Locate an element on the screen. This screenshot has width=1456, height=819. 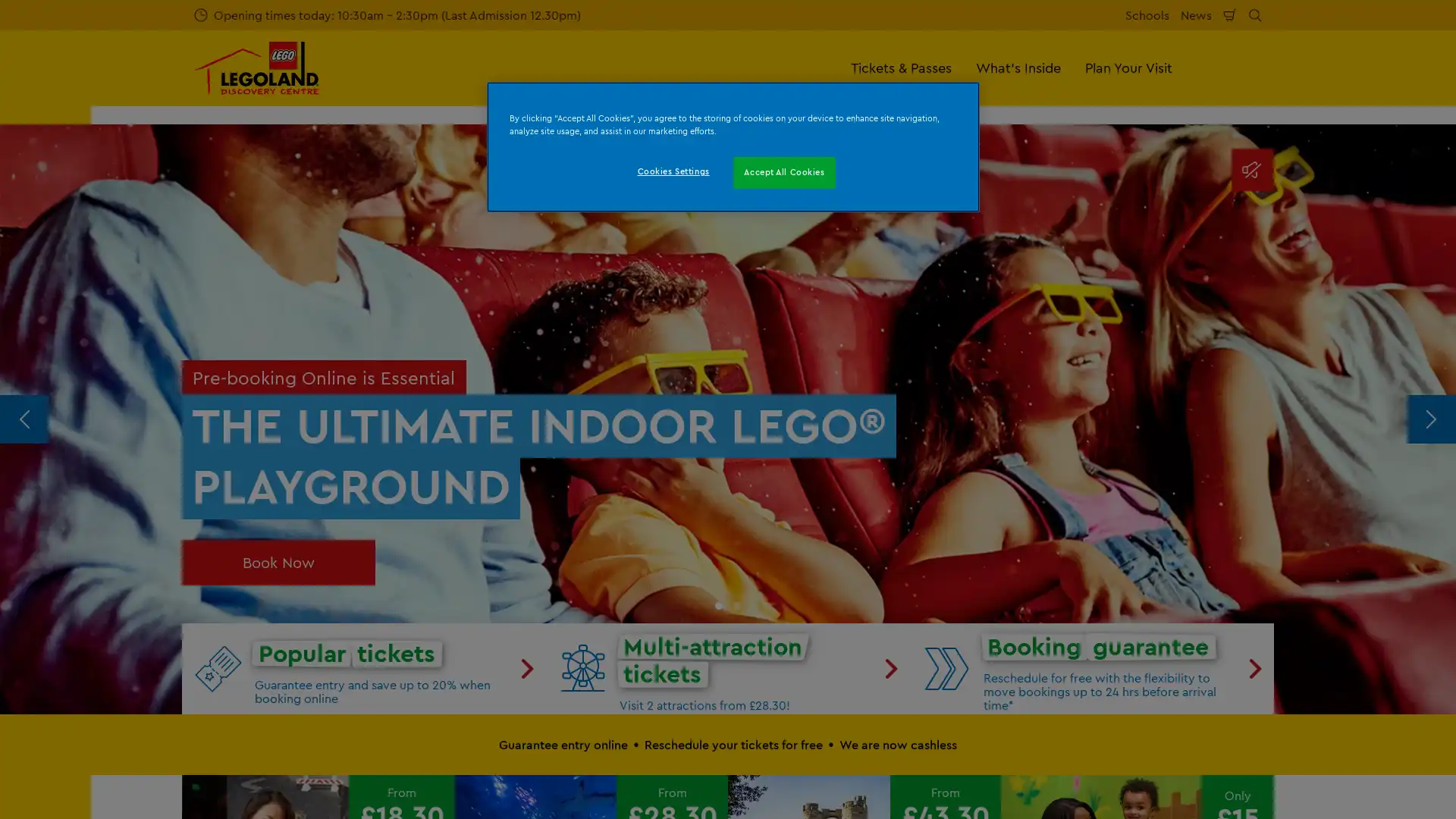
Go to slide 2 is located at coordinates (736, 604).